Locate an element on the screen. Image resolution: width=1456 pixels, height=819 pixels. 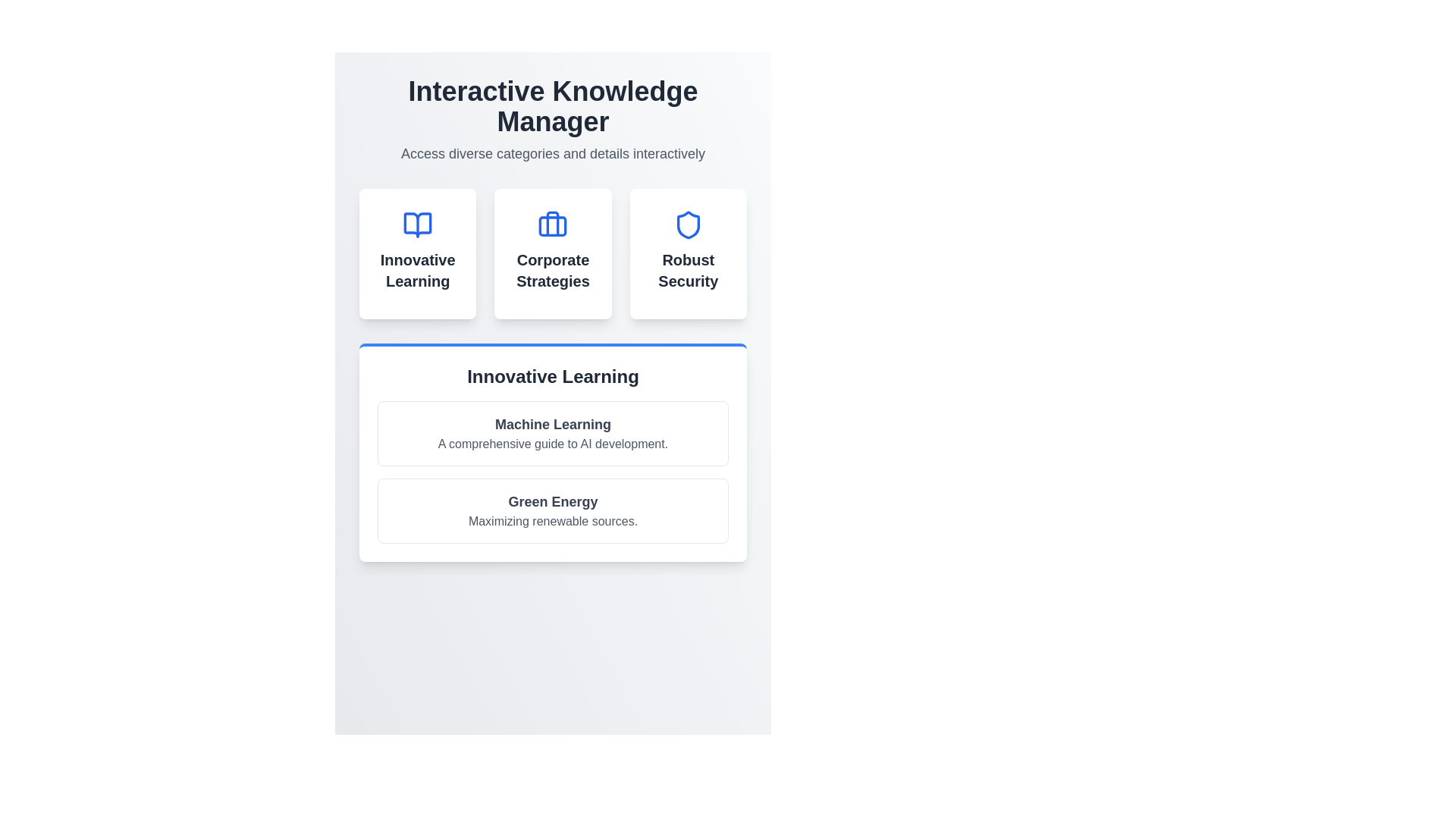
the text label that describes security-related features, located in the third column of the top-right card, just below the shield icon is located at coordinates (687, 270).